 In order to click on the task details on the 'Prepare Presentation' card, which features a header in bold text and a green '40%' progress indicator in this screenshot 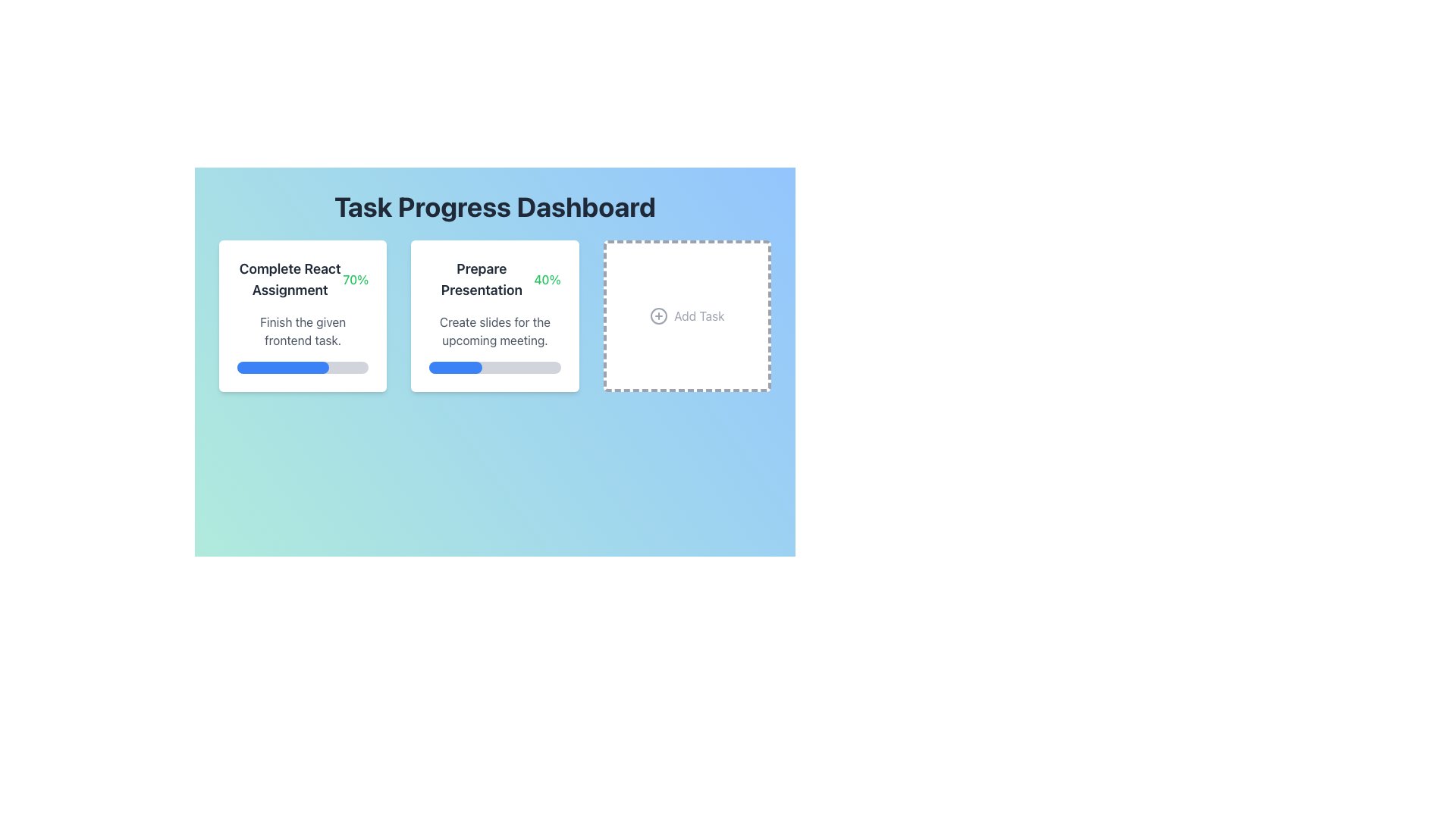, I will do `click(494, 315)`.